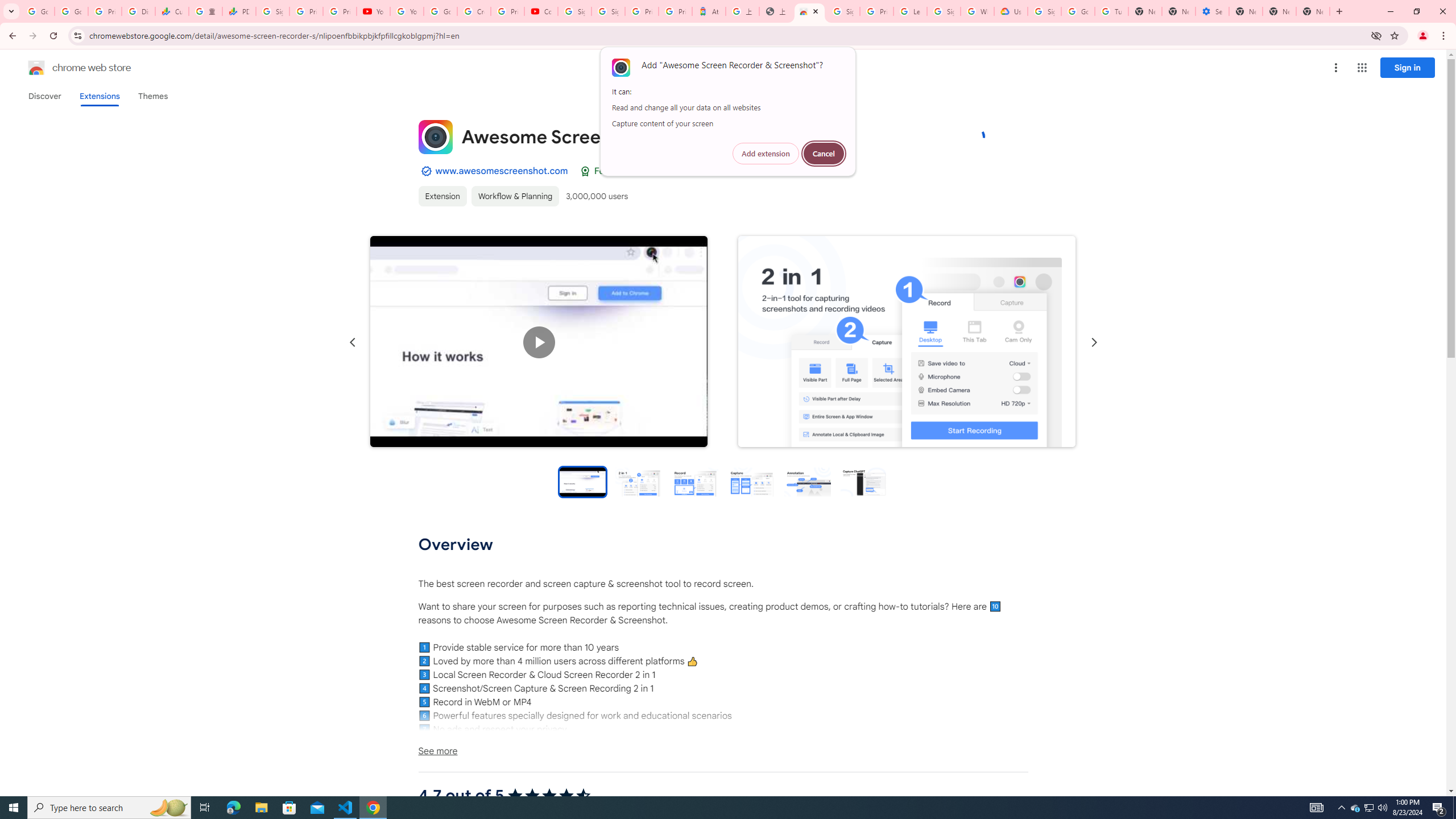 Image resolution: width=1456 pixels, height=819 pixels. I want to click on 'Microsoft Edge', so click(233, 806).